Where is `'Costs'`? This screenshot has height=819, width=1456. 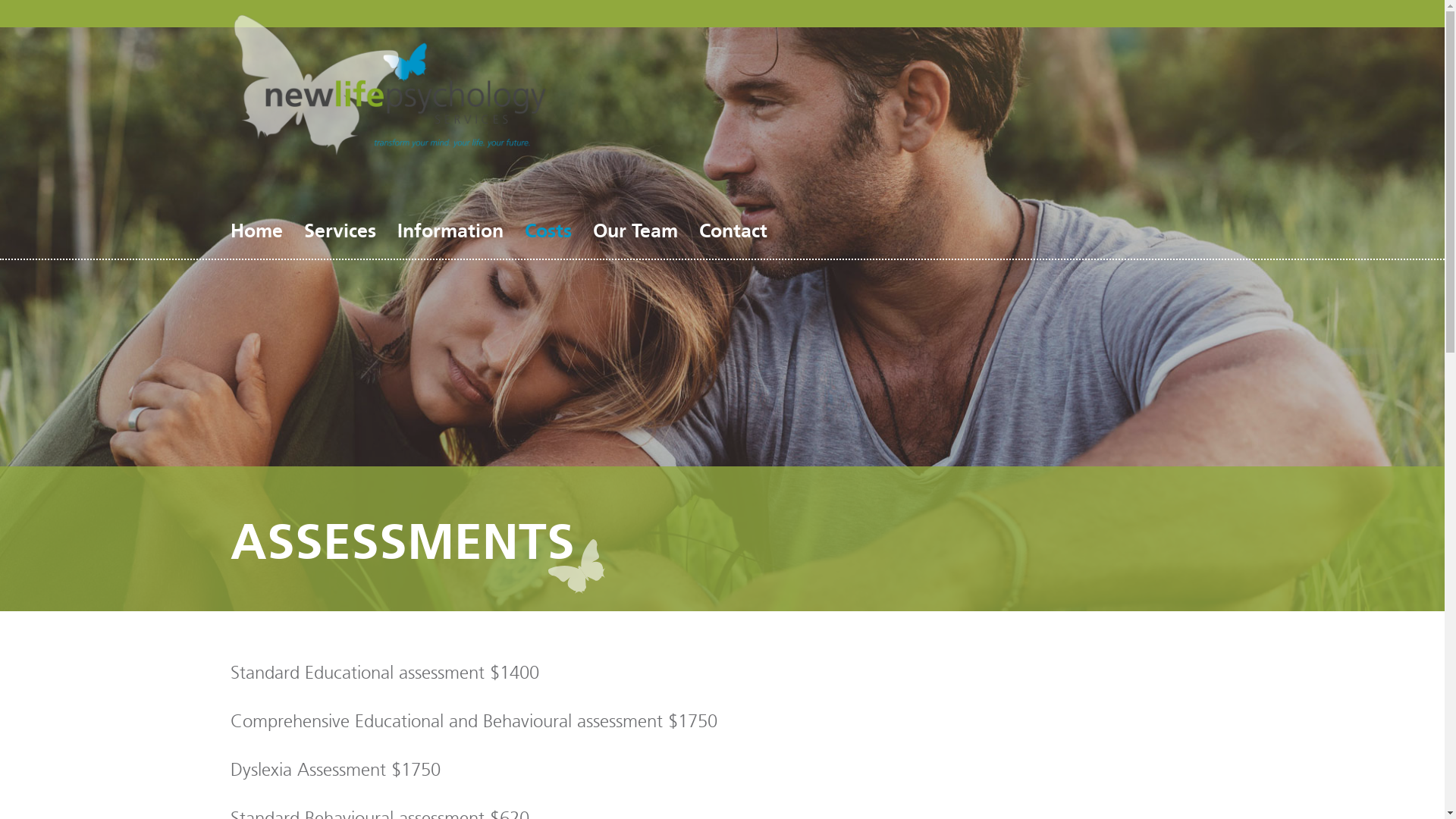 'Costs' is located at coordinates (548, 231).